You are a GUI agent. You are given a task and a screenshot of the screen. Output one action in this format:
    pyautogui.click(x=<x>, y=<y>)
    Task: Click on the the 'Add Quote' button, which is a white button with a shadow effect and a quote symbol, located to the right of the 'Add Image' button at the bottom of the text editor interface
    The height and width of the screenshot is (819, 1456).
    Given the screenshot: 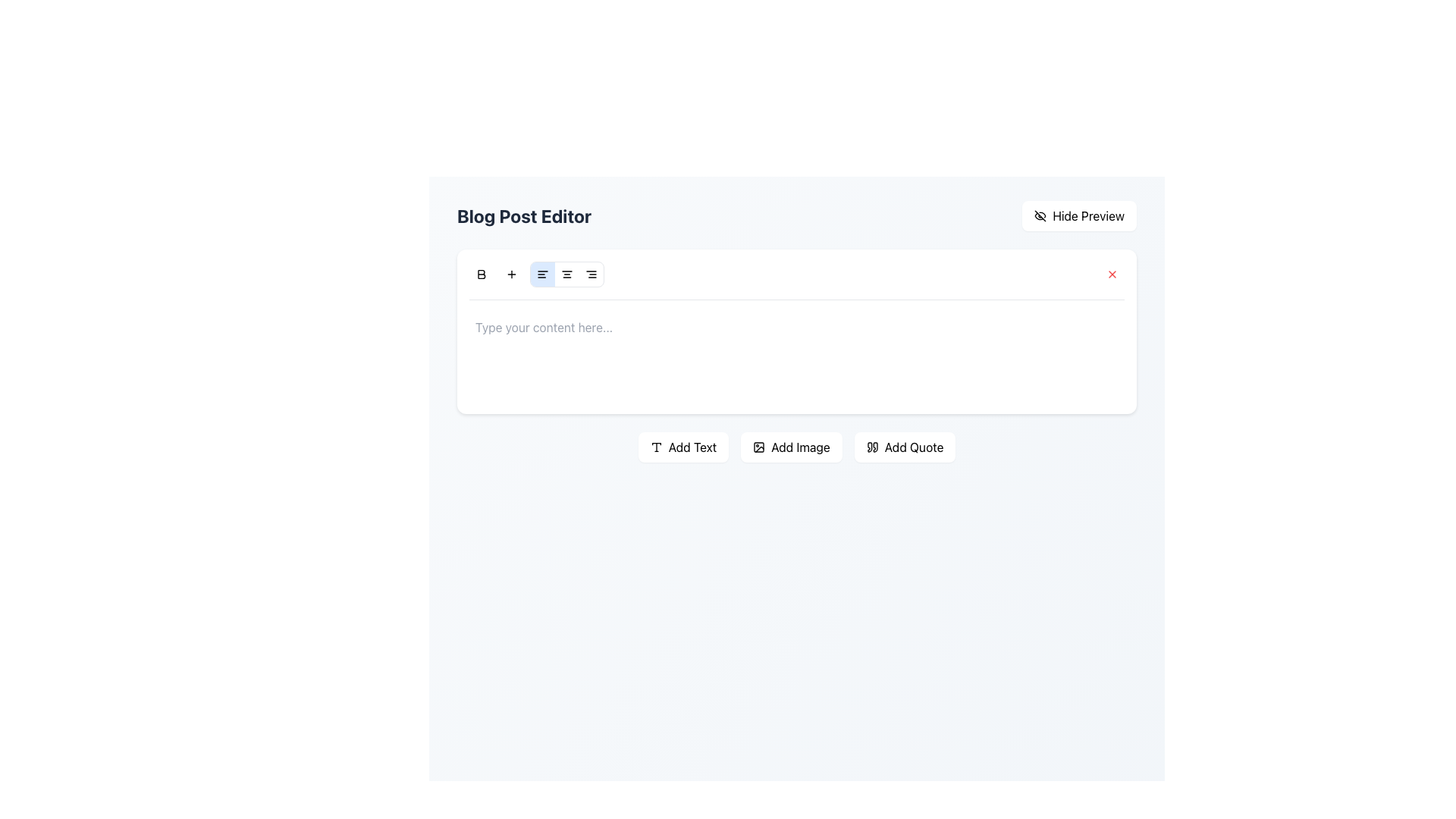 What is the action you would take?
    pyautogui.click(x=905, y=447)
    